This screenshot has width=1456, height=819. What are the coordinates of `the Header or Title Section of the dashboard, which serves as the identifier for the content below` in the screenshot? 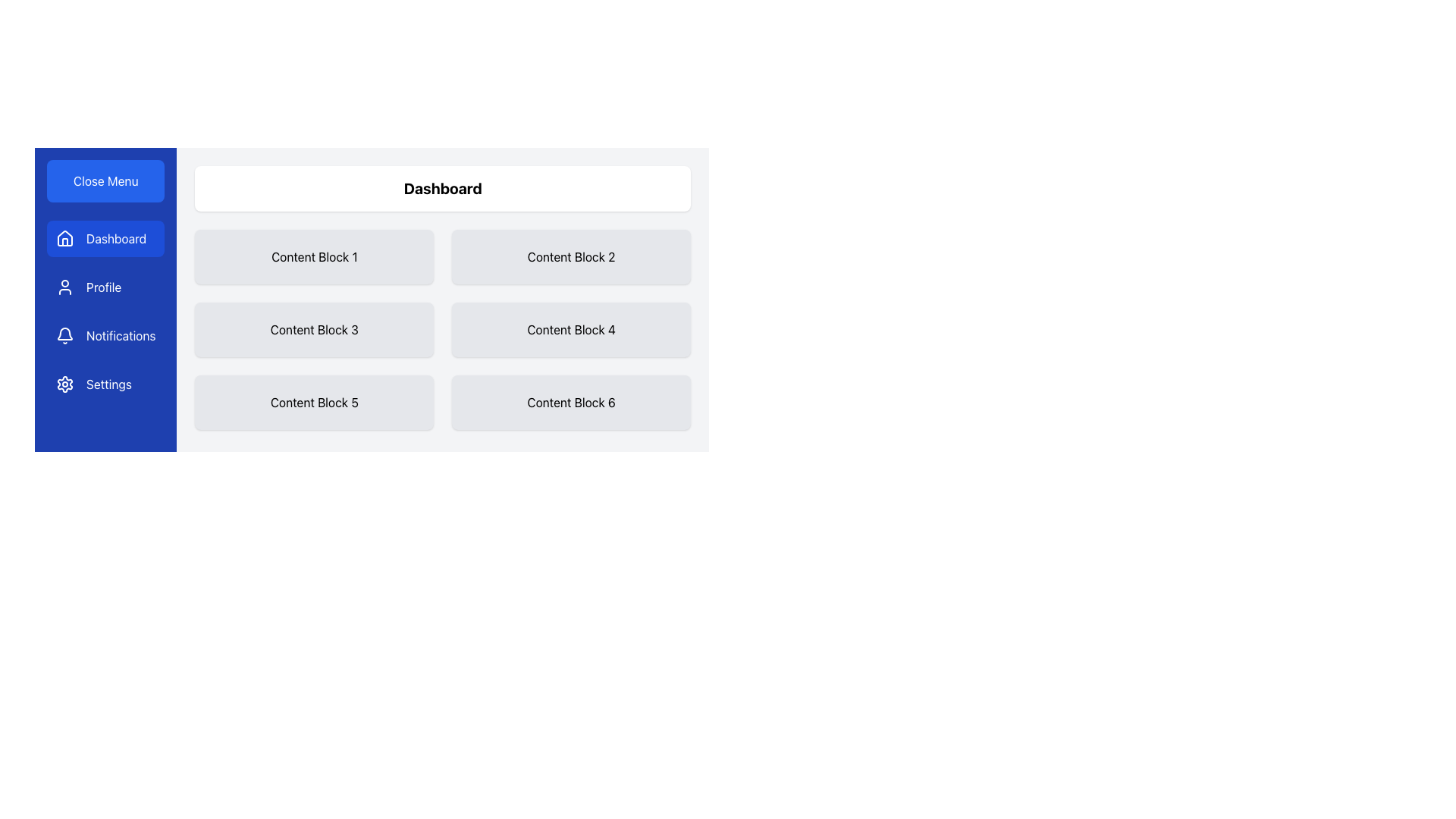 It's located at (442, 188).